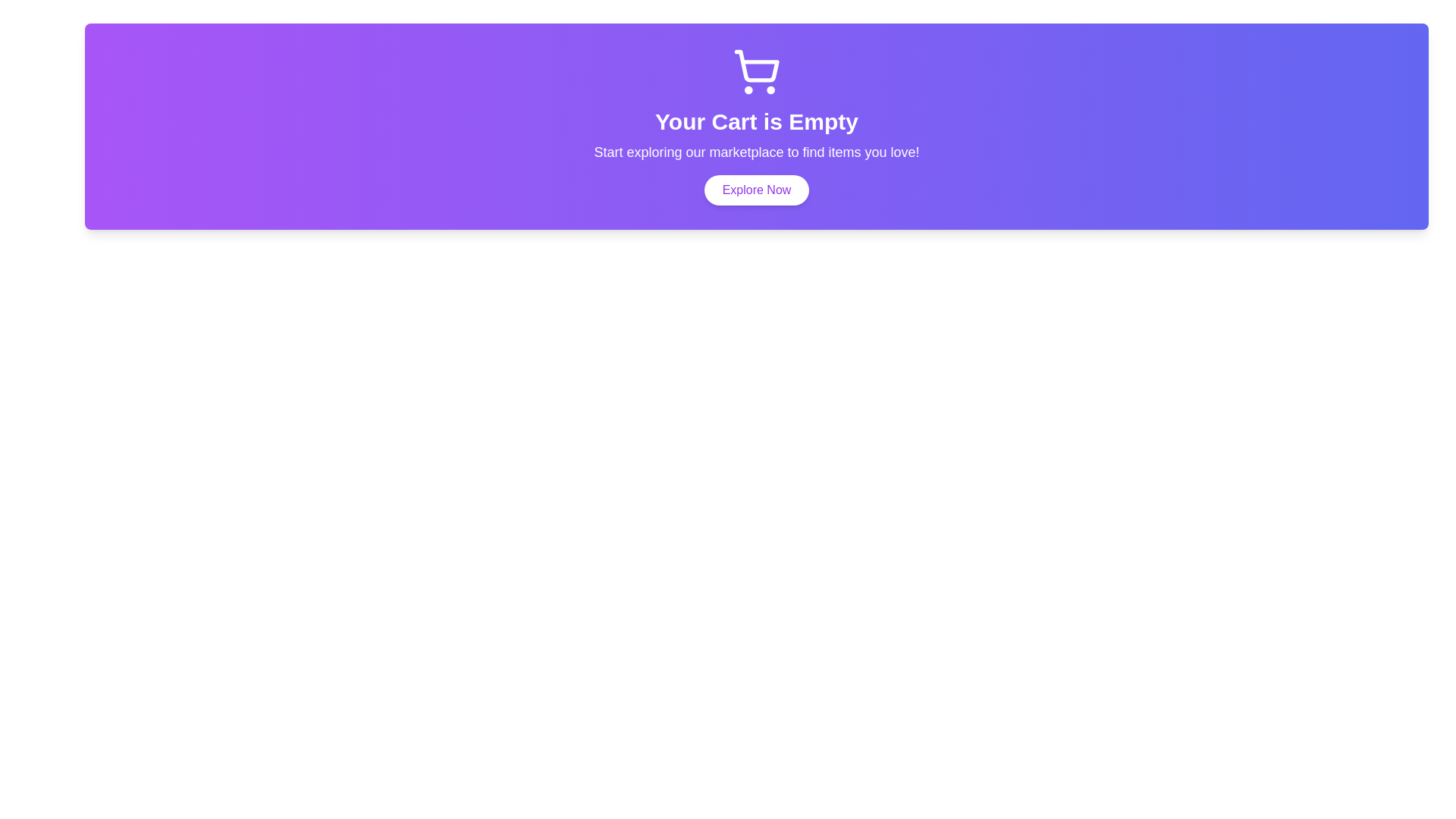 The height and width of the screenshot is (819, 1456). I want to click on text displayed in the white sans-serif font that says 'Start exploring our marketplace to find items you love!' which is located below the 'Your Cart is Empty' text and above the 'Explore Now' button, so click(757, 152).